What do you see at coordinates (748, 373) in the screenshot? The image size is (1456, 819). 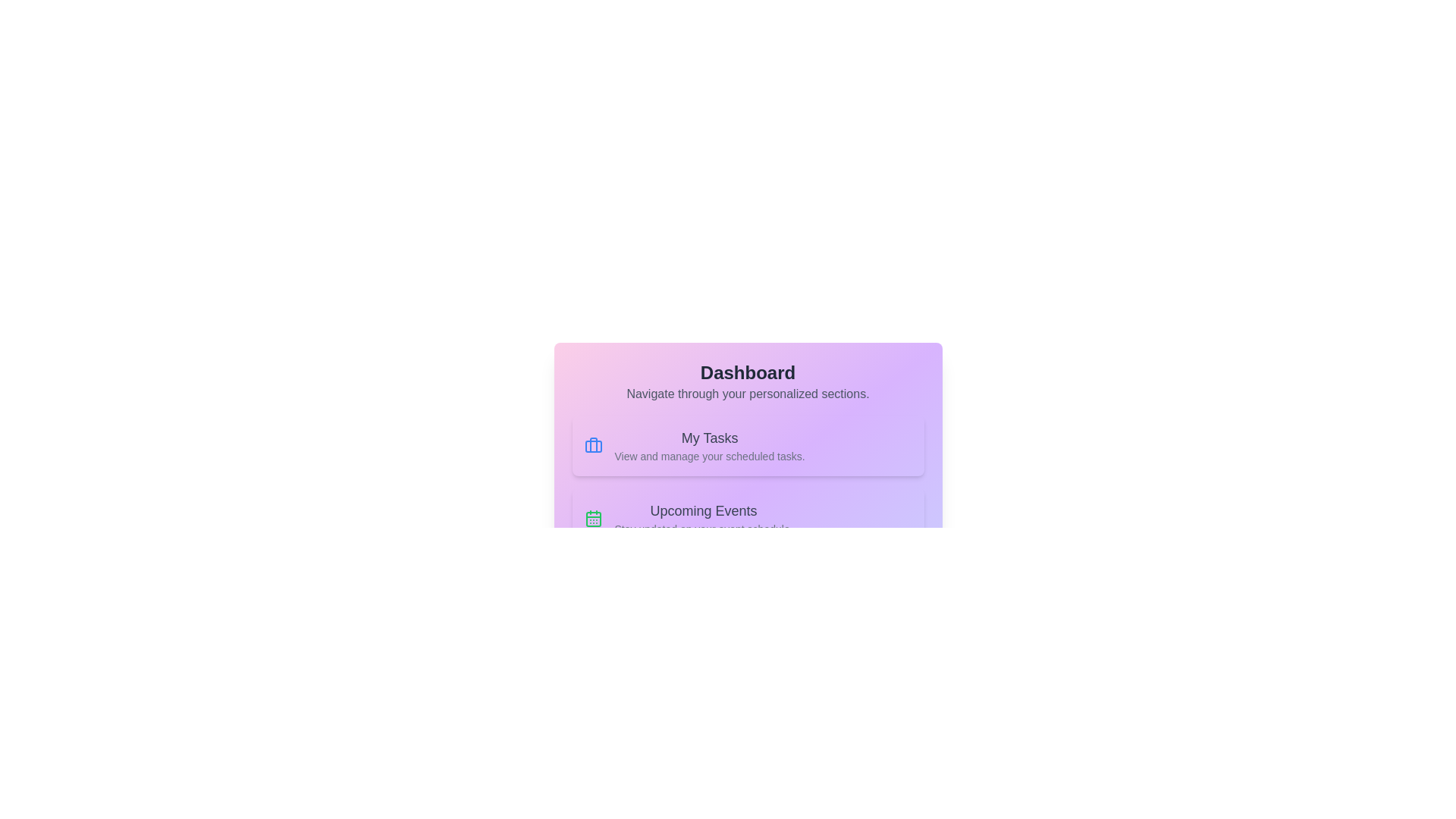 I see `the header text to inspect its content` at bounding box center [748, 373].